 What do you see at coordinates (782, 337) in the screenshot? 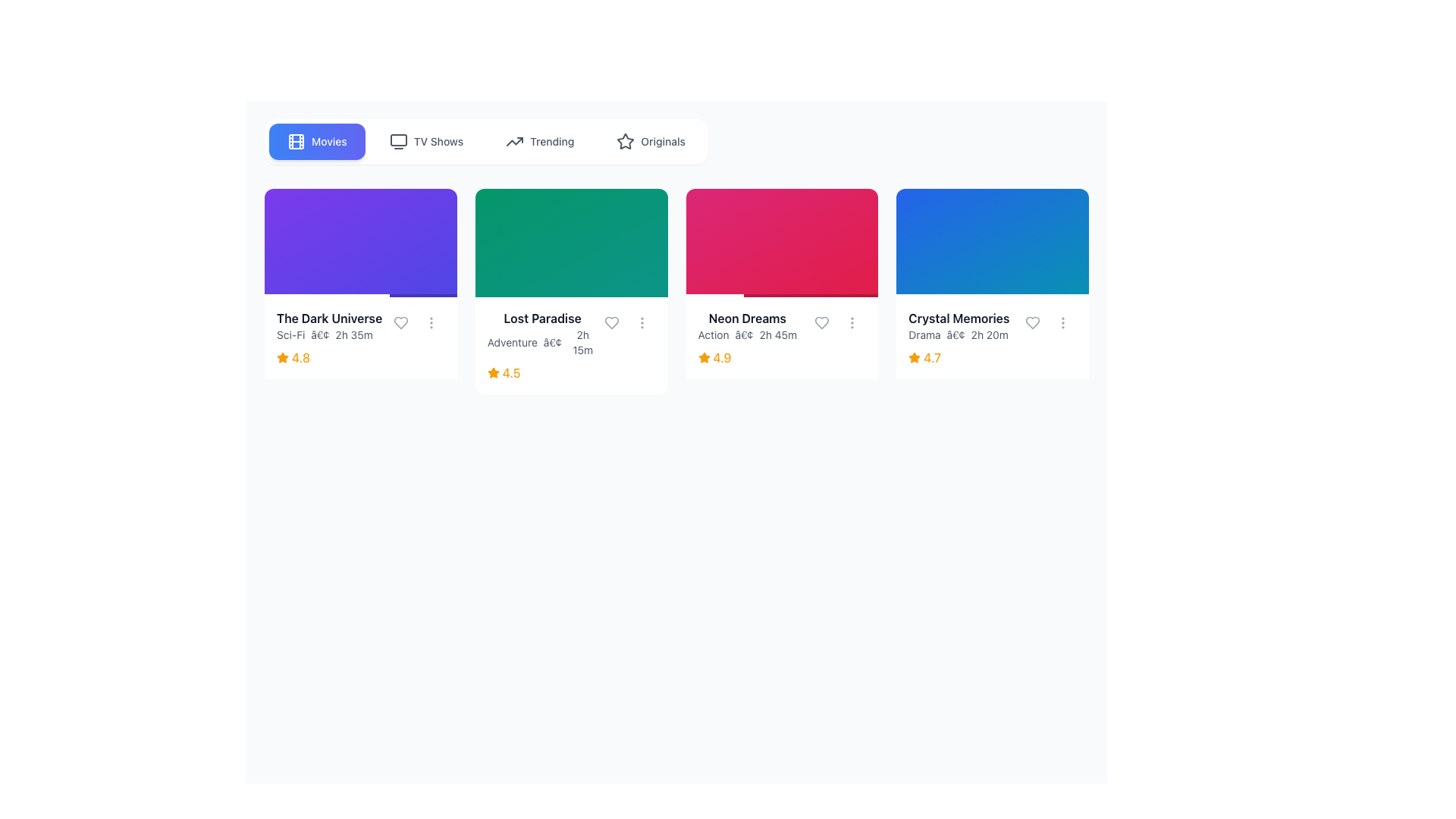
I see `keyboard navigation` at bounding box center [782, 337].